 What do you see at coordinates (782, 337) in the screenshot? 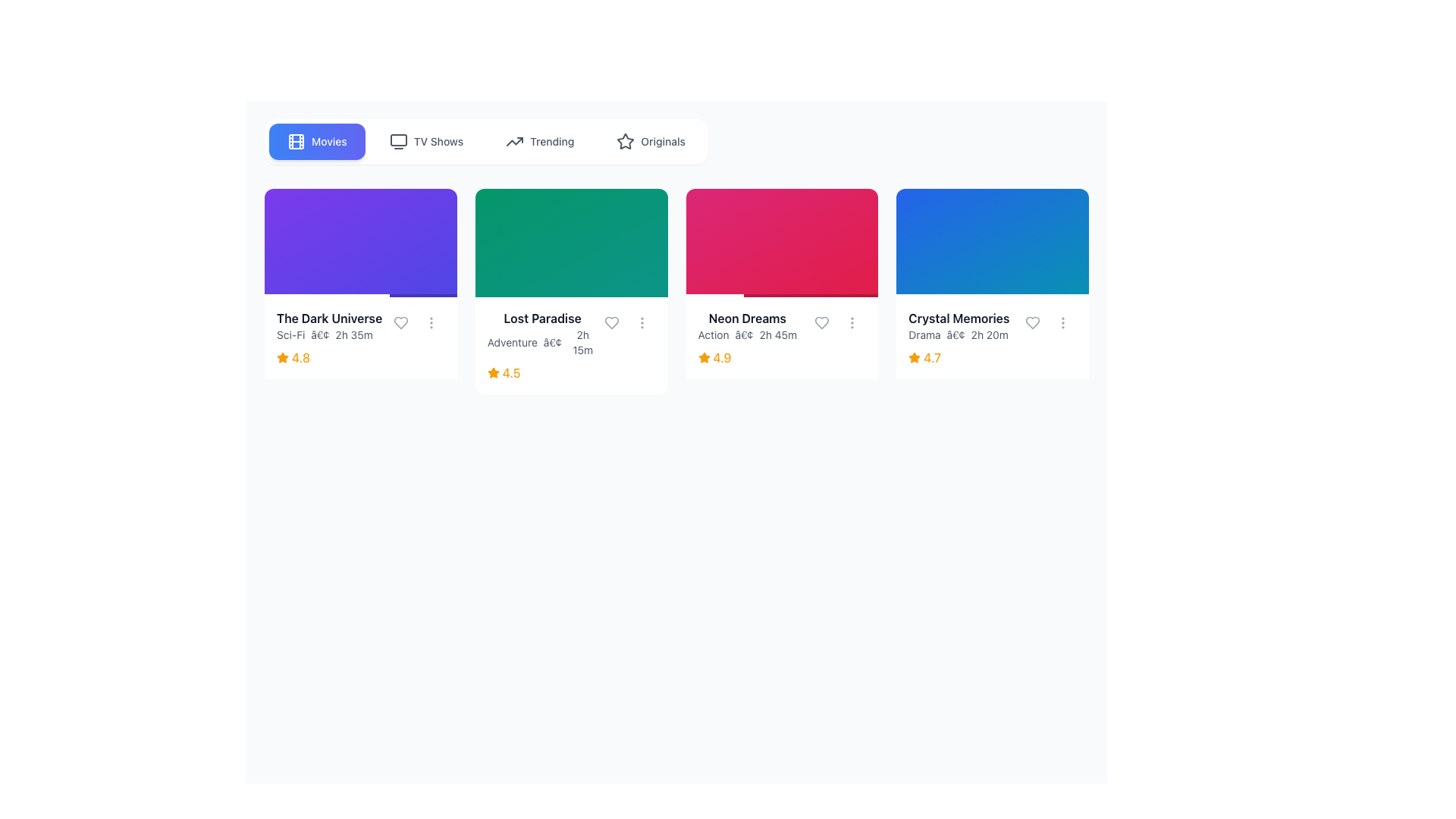
I see `keyboard navigation` at bounding box center [782, 337].